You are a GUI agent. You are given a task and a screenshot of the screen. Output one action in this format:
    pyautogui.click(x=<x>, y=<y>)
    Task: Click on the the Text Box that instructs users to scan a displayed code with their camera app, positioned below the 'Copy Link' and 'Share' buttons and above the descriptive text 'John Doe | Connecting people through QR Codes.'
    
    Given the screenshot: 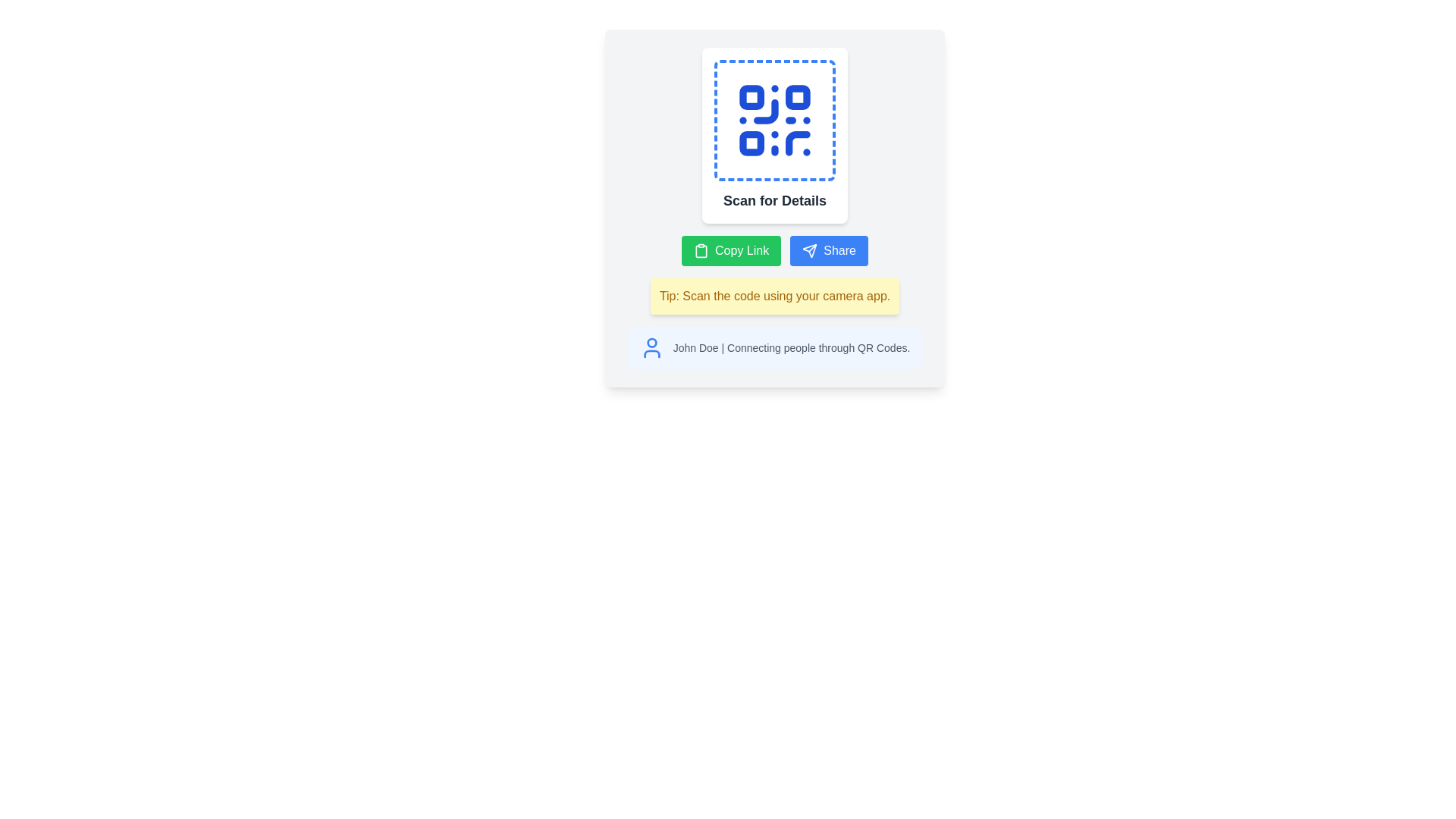 What is the action you would take?
    pyautogui.click(x=775, y=296)
    